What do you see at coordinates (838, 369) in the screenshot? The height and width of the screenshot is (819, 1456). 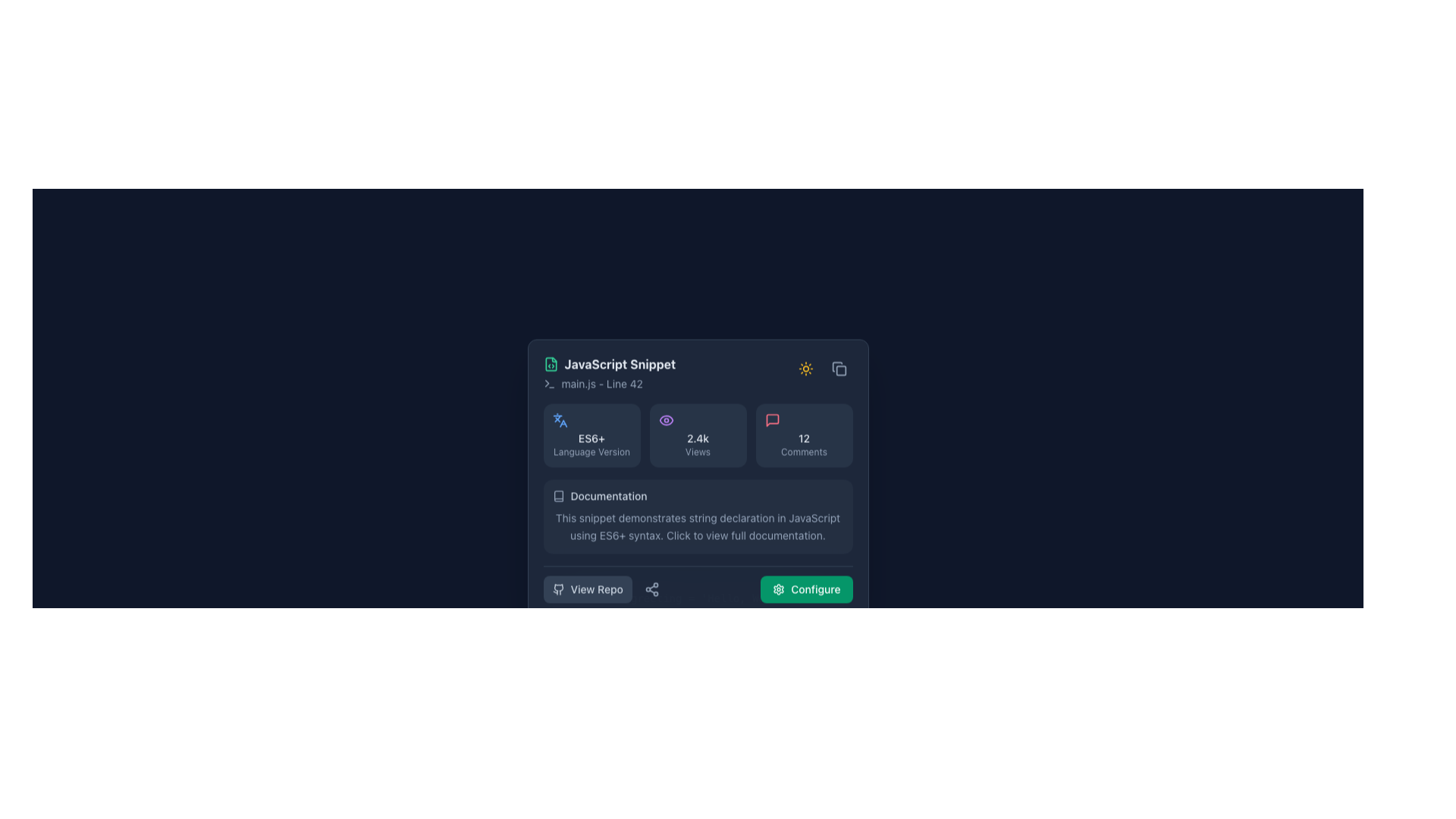 I see `the button located to the right of a sun-like icon` at bounding box center [838, 369].